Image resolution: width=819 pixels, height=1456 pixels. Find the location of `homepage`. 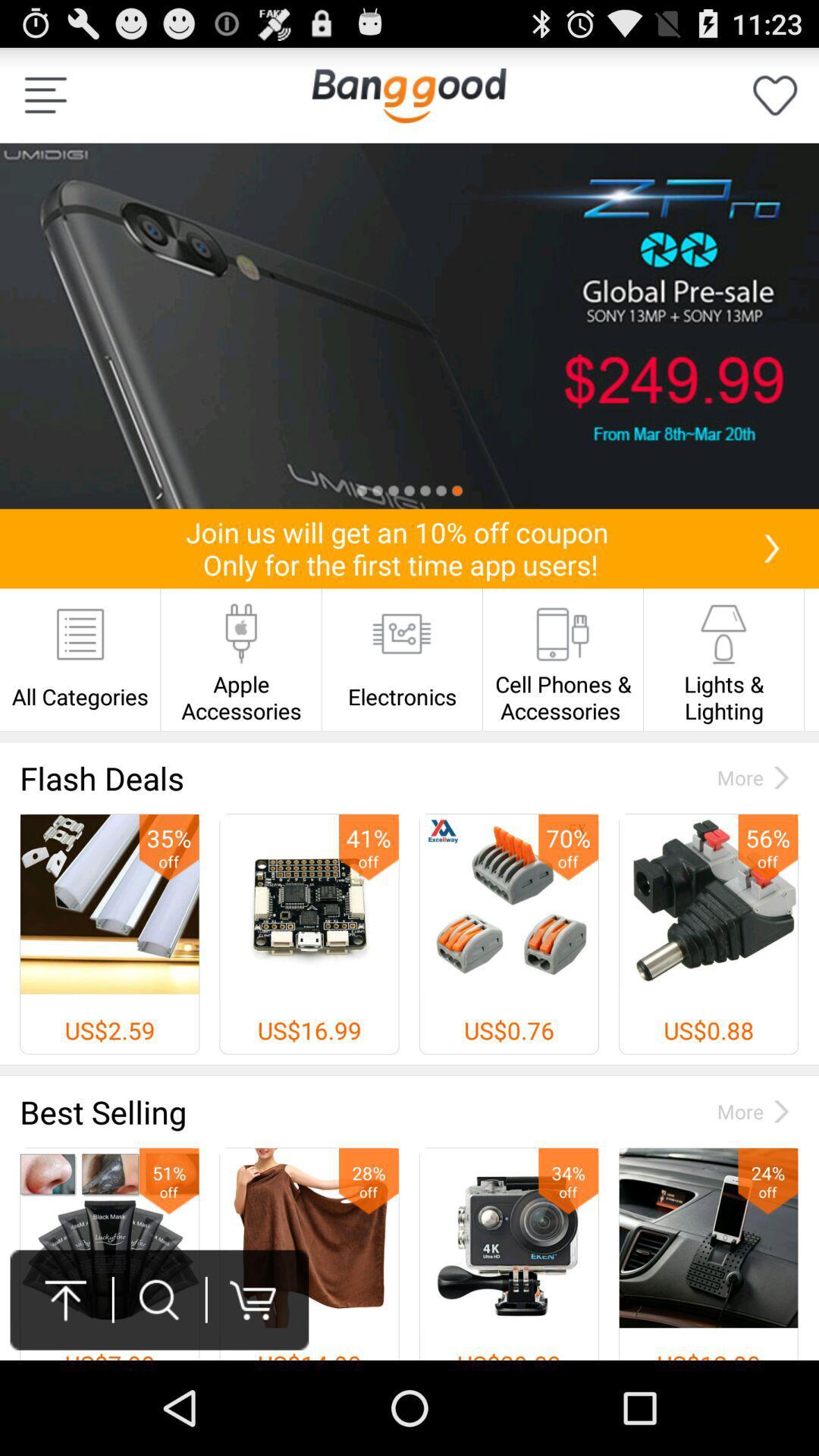

homepage is located at coordinates (408, 94).